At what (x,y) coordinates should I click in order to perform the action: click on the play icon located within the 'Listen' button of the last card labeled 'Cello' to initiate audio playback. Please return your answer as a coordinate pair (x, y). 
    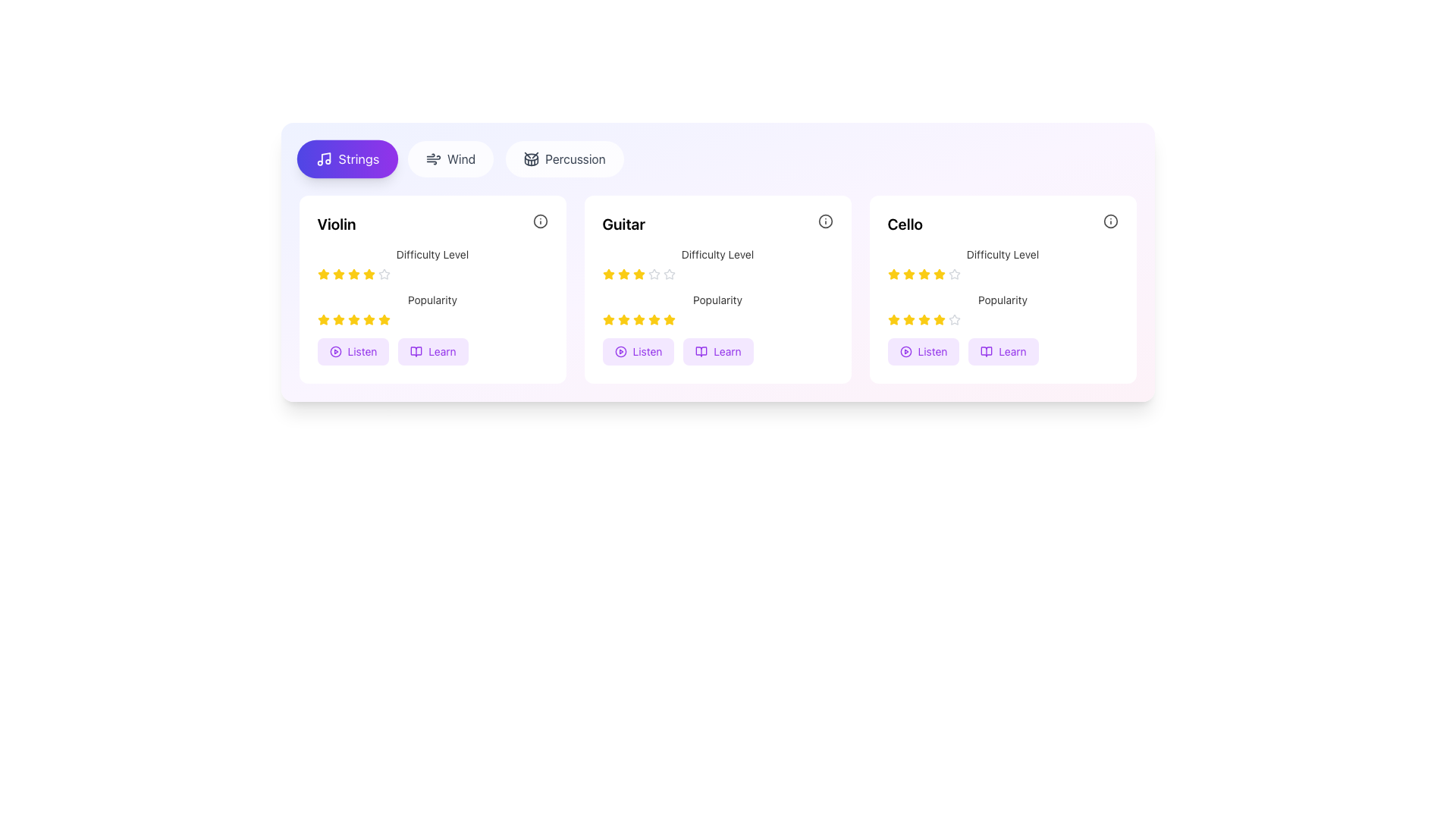
    Looking at the image, I should click on (905, 351).